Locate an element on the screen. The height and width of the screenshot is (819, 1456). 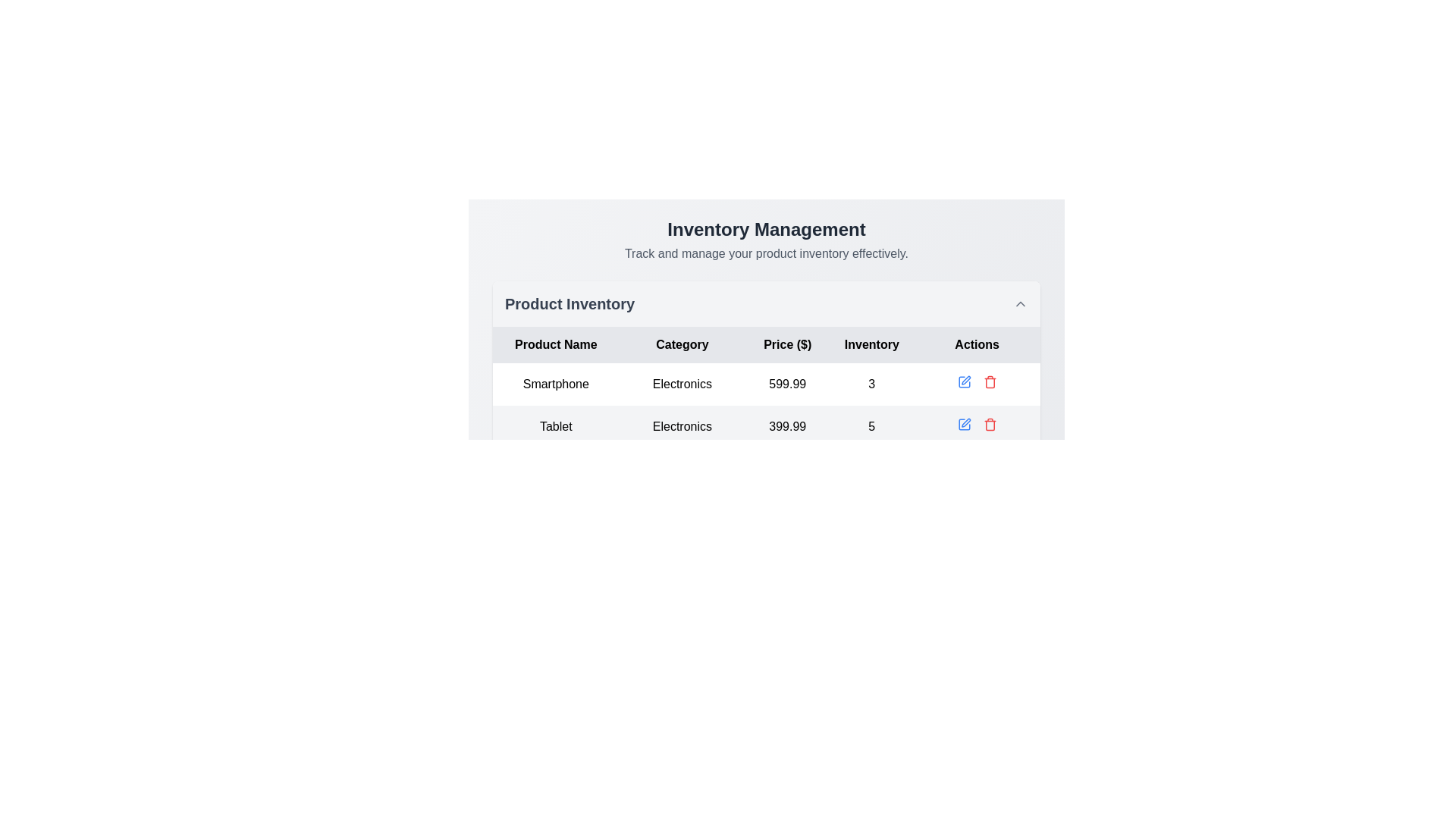
the icon button located in the top-right corner of the 'Product Inventory' card is located at coordinates (1020, 304).